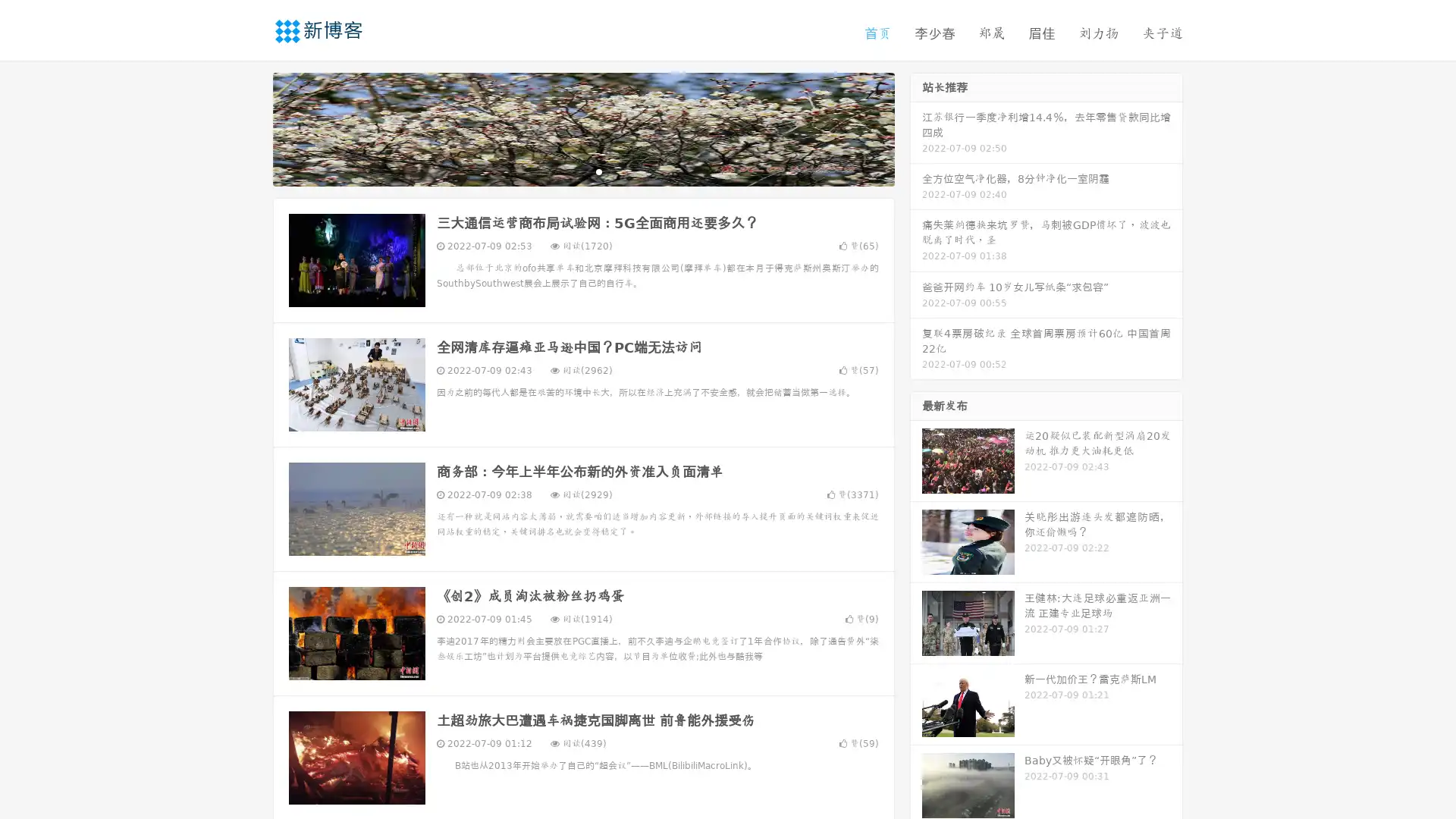 The width and height of the screenshot is (1456, 819). Describe the element at coordinates (250, 127) in the screenshot. I see `Previous slide` at that location.